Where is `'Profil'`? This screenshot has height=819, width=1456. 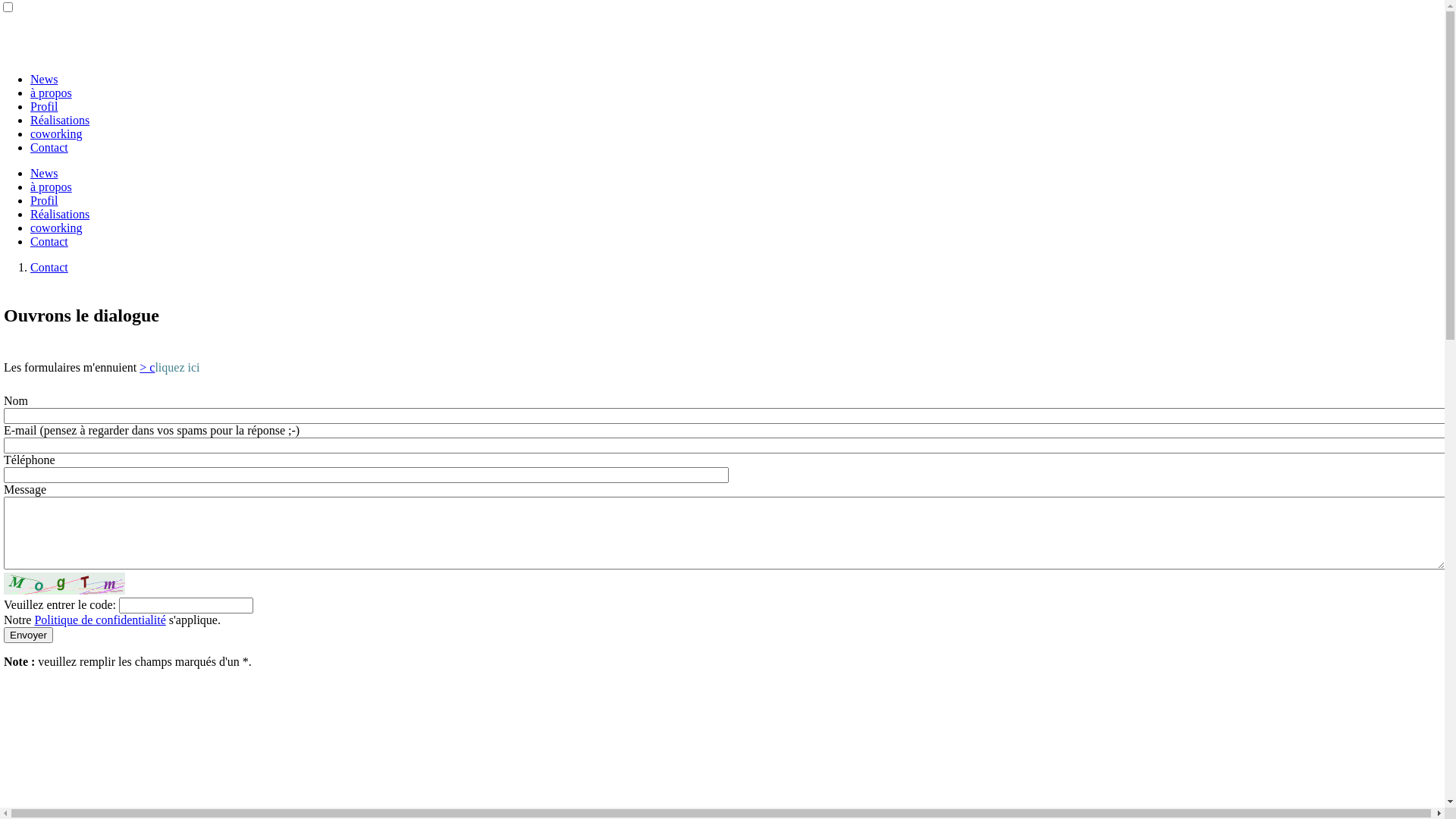 'Profil' is located at coordinates (43, 199).